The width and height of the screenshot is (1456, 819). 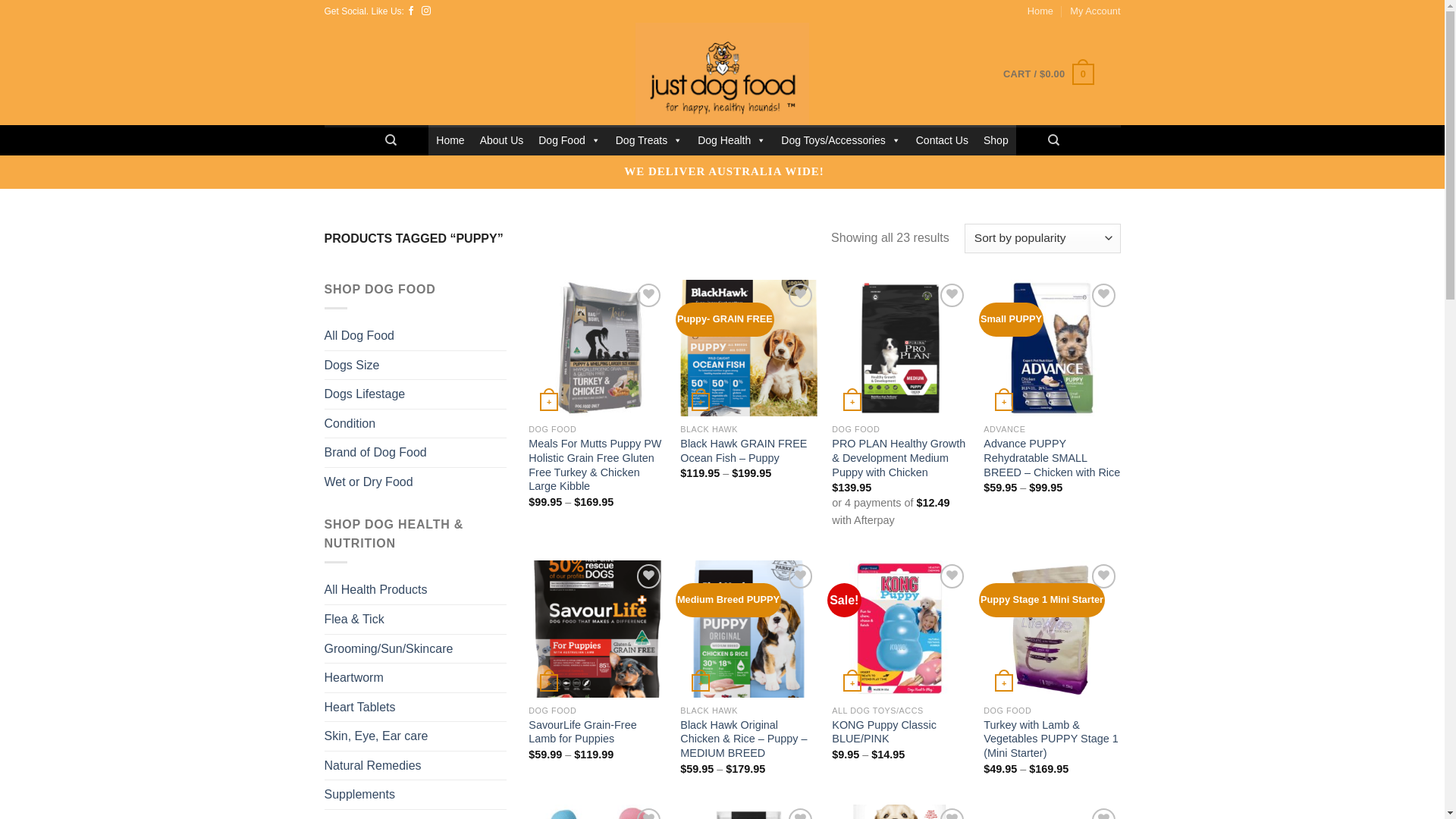 I want to click on 'Natural Remedies', so click(x=323, y=766).